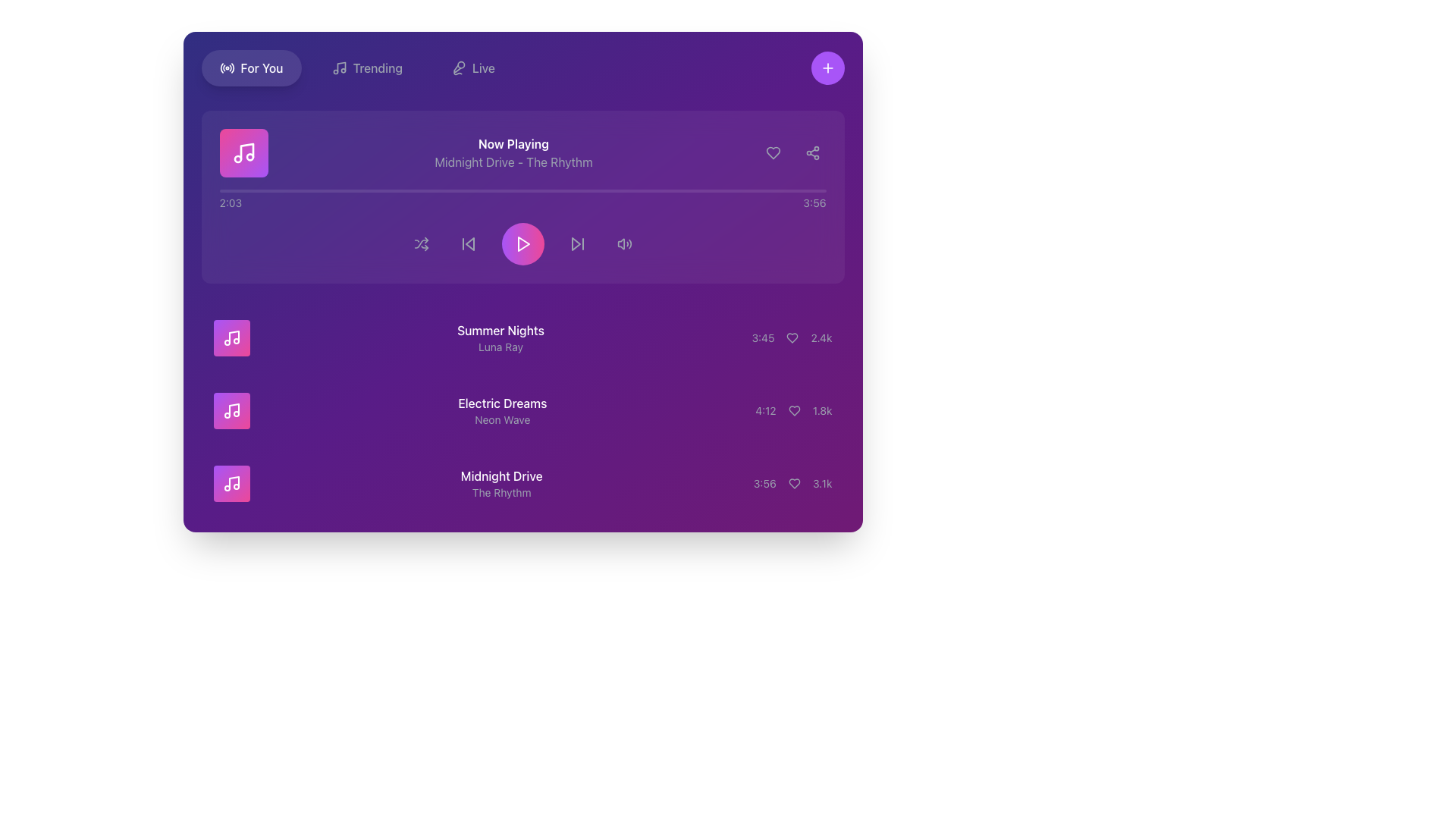 This screenshot has height=819, width=1456. What do you see at coordinates (231, 411) in the screenshot?
I see `the music note icon with a gradient purple to pink square, which is the second icon in the vertical list under 'Now Playing'` at bounding box center [231, 411].